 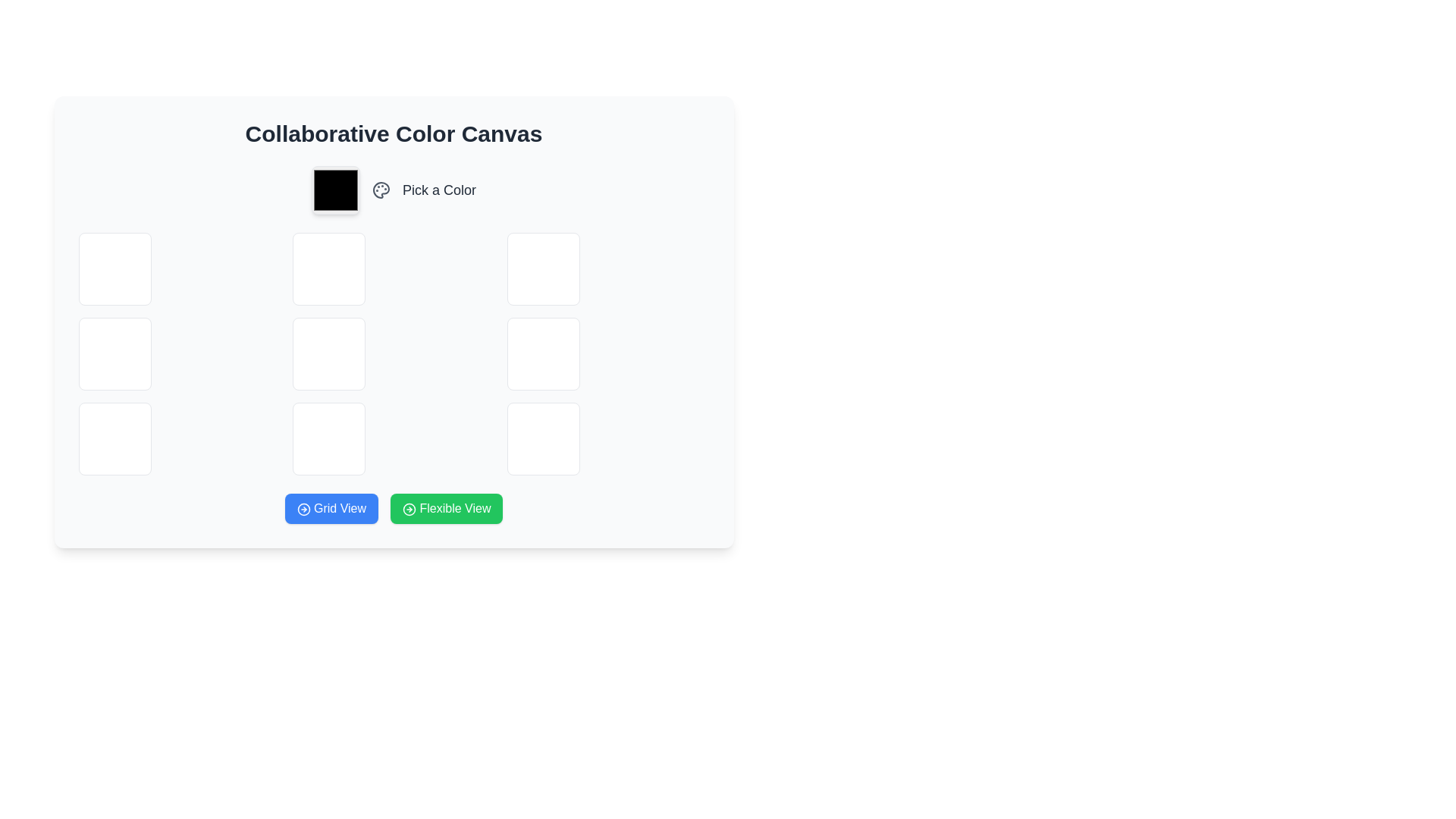 I want to click on the 'Grid View' button that contains the icon on its left side, which serves as an interactive element for grid layout display, so click(x=303, y=509).